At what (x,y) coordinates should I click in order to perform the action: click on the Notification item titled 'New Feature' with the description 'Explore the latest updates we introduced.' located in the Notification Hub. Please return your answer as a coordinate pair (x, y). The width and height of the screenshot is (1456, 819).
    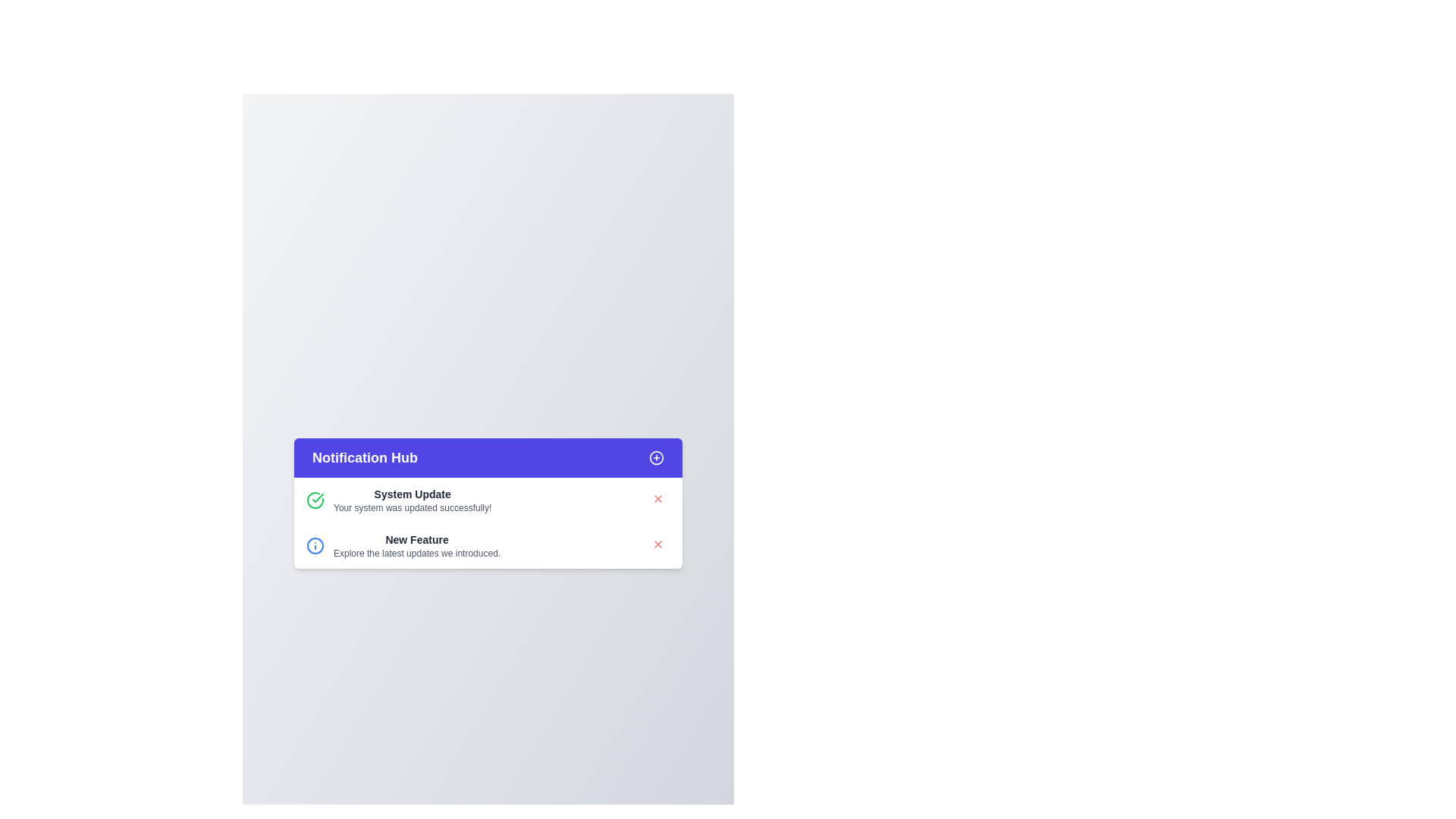
    Looking at the image, I should click on (403, 546).